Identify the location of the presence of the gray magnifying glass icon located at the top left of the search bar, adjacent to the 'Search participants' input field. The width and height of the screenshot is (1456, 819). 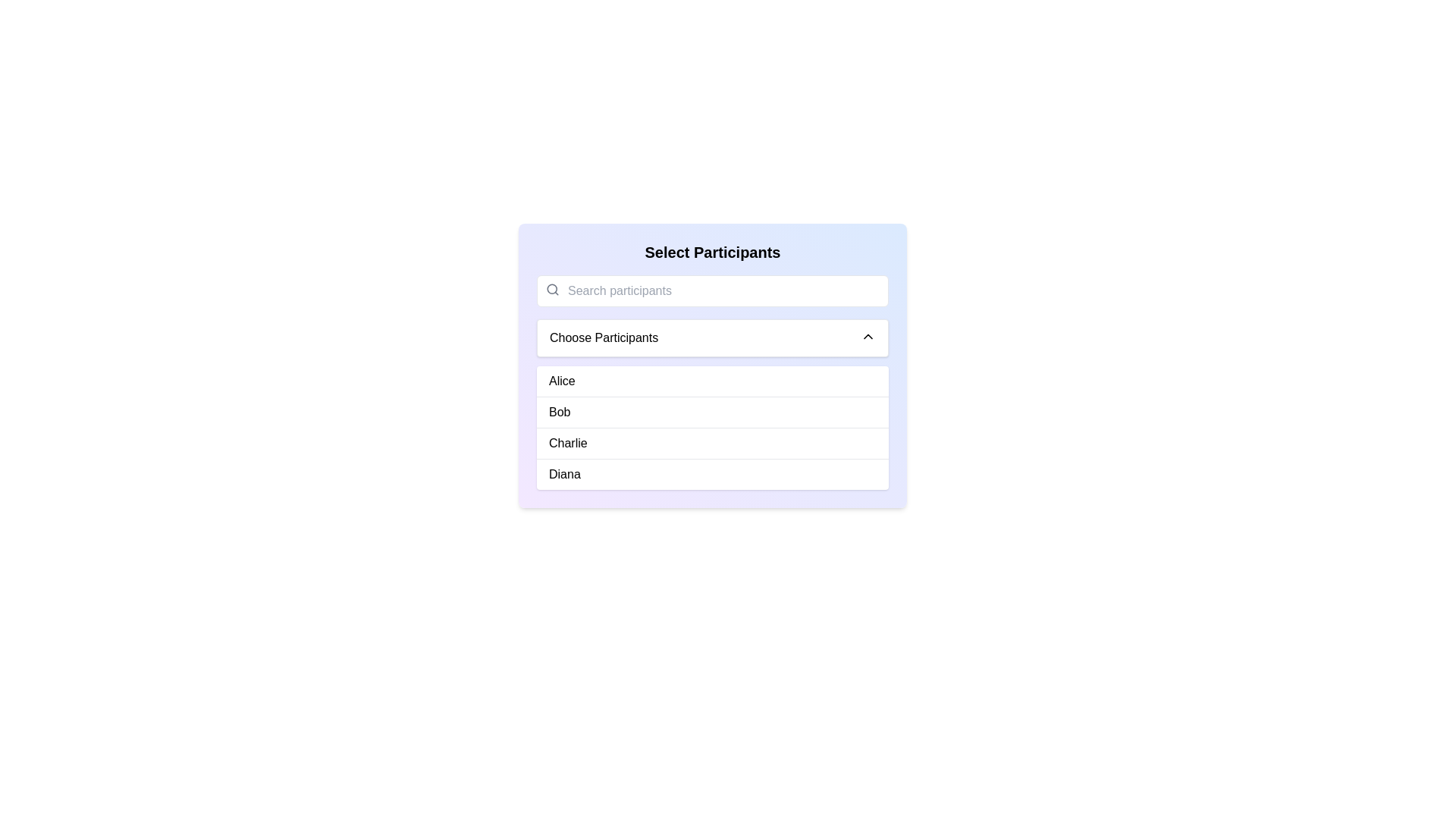
(552, 289).